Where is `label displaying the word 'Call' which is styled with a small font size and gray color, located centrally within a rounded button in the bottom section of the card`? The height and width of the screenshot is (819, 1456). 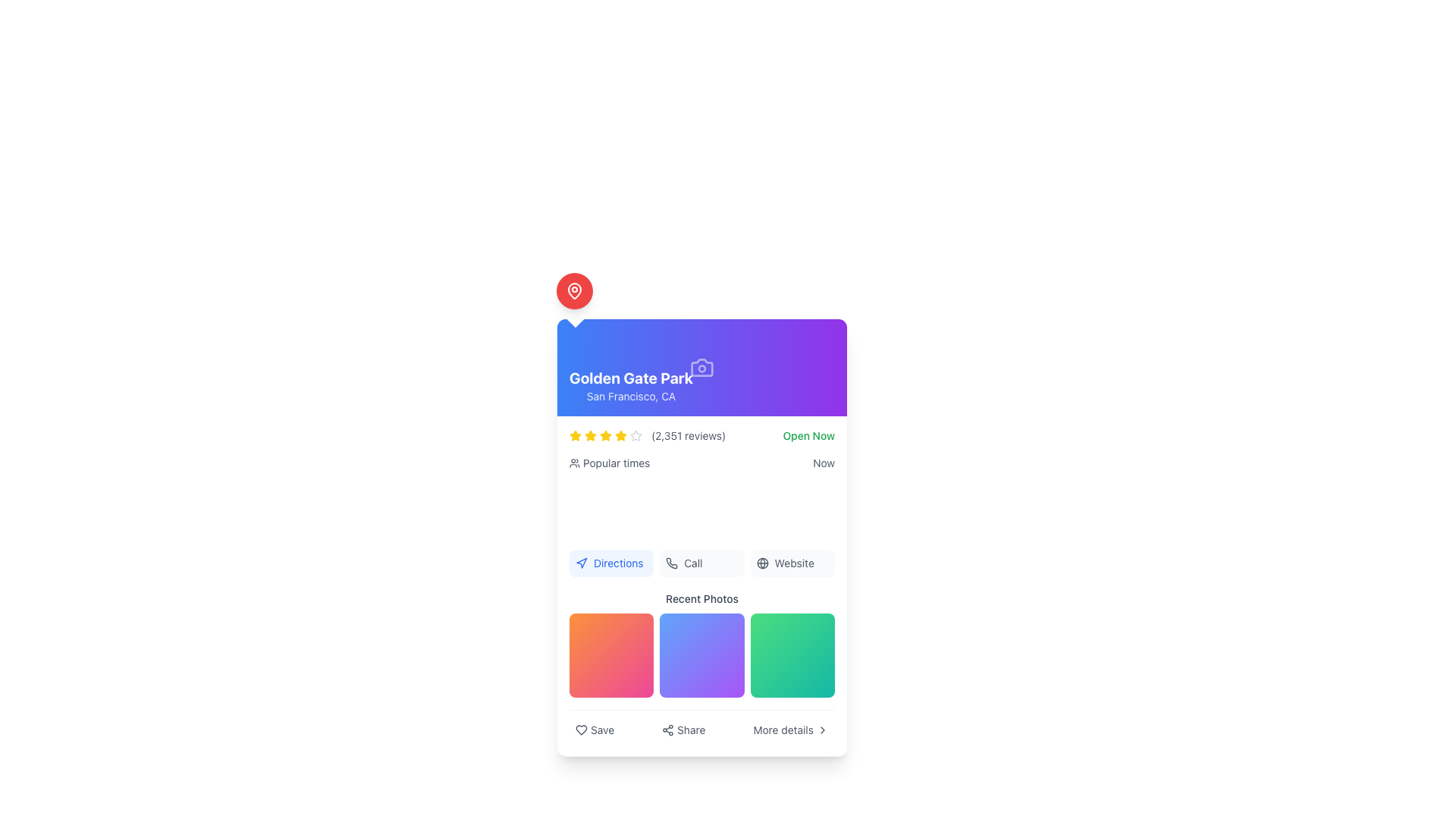
label displaying the word 'Call' which is styled with a small font size and gray color, located centrally within a rounded button in the bottom section of the card is located at coordinates (692, 563).